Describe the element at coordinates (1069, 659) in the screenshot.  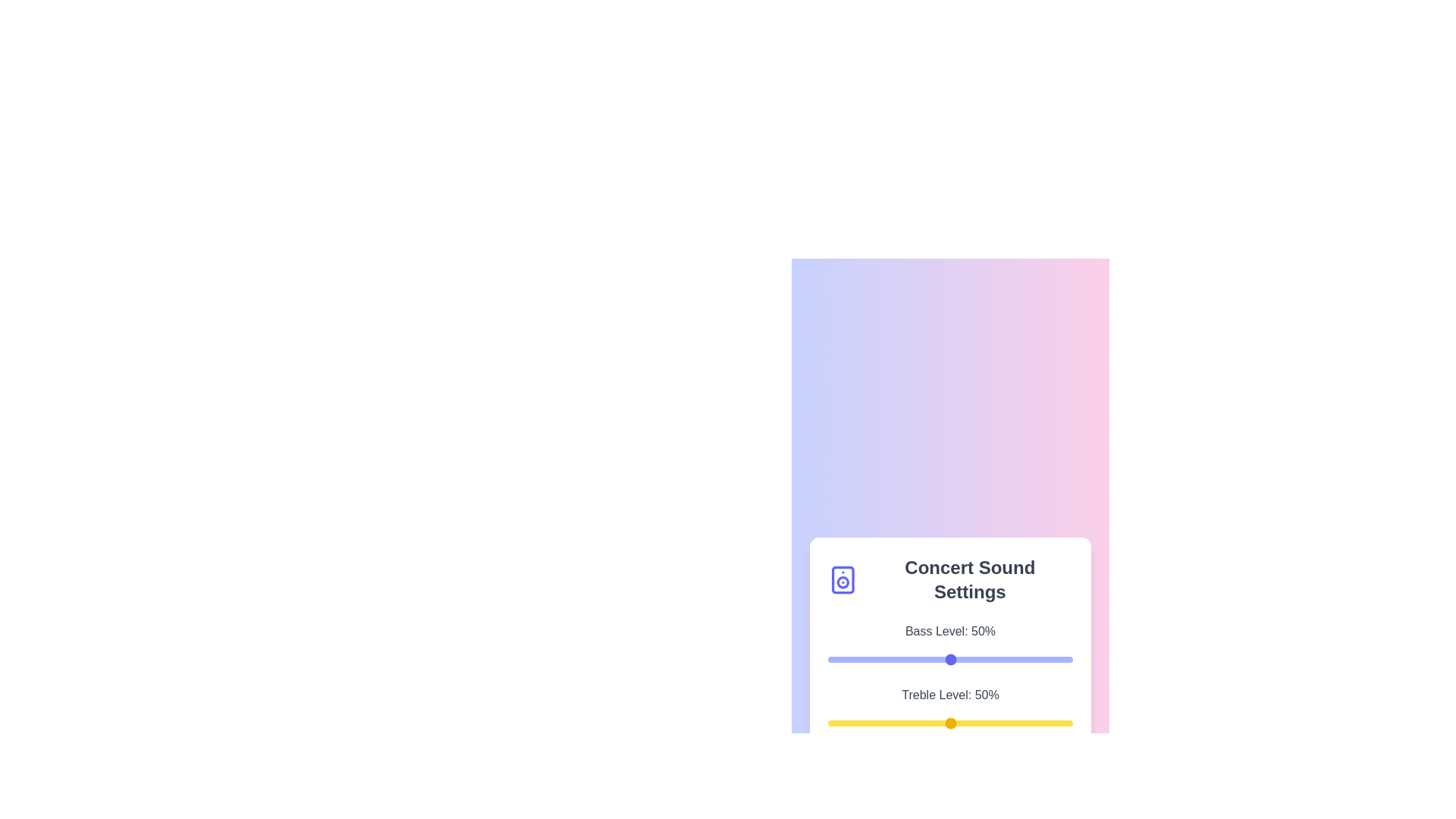
I see `the bass level slider to 99%` at that location.